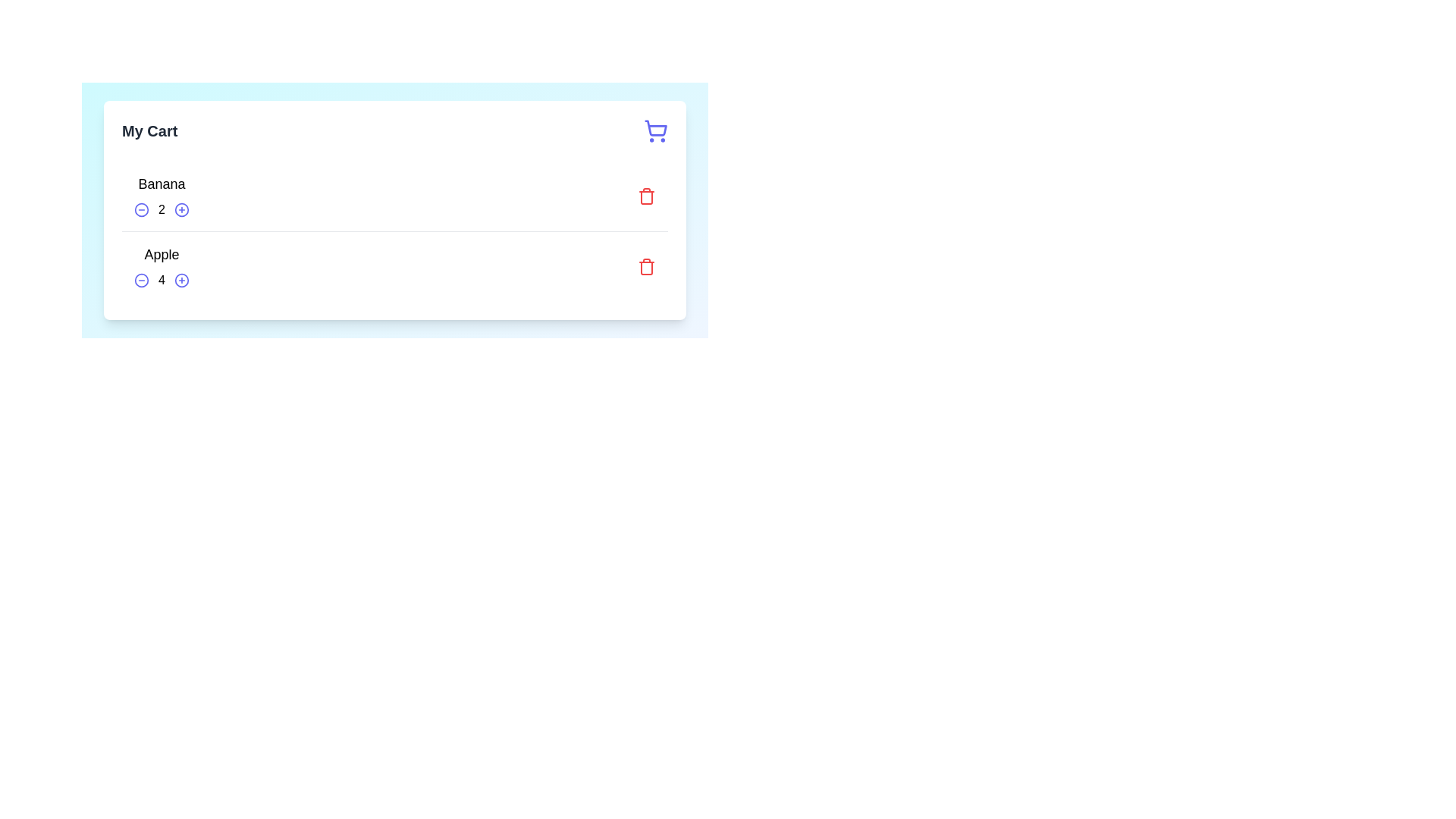  What do you see at coordinates (162, 210) in the screenshot?
I see `the static text displaying the number '2' located between the decrement and increment icons for the item 'Banana' in the 'My Cart' section` at bounding box center [162, 210].